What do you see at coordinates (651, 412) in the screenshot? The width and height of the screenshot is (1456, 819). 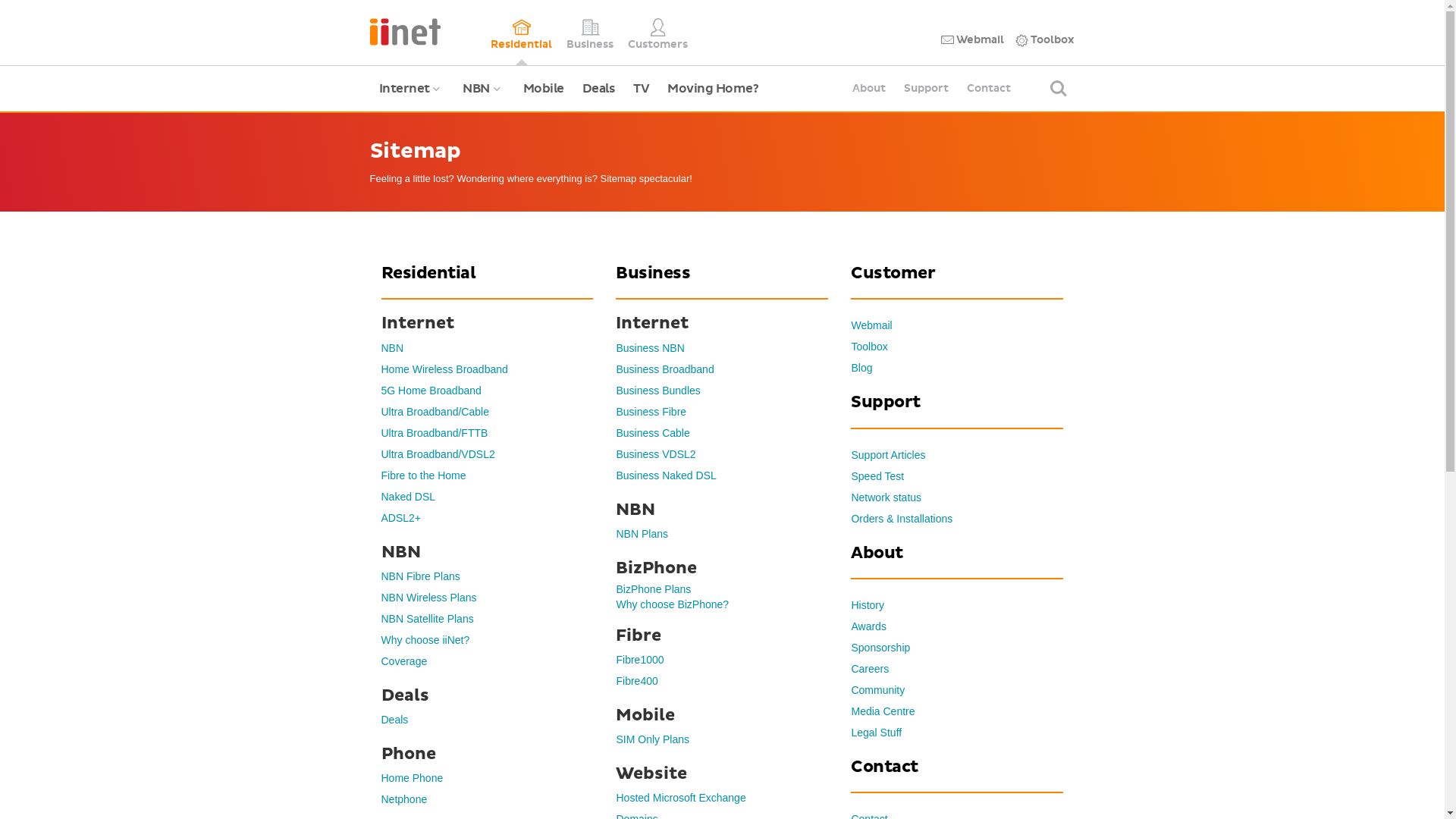 I see `'Business Fibre'` at bounding box center [651, 412].